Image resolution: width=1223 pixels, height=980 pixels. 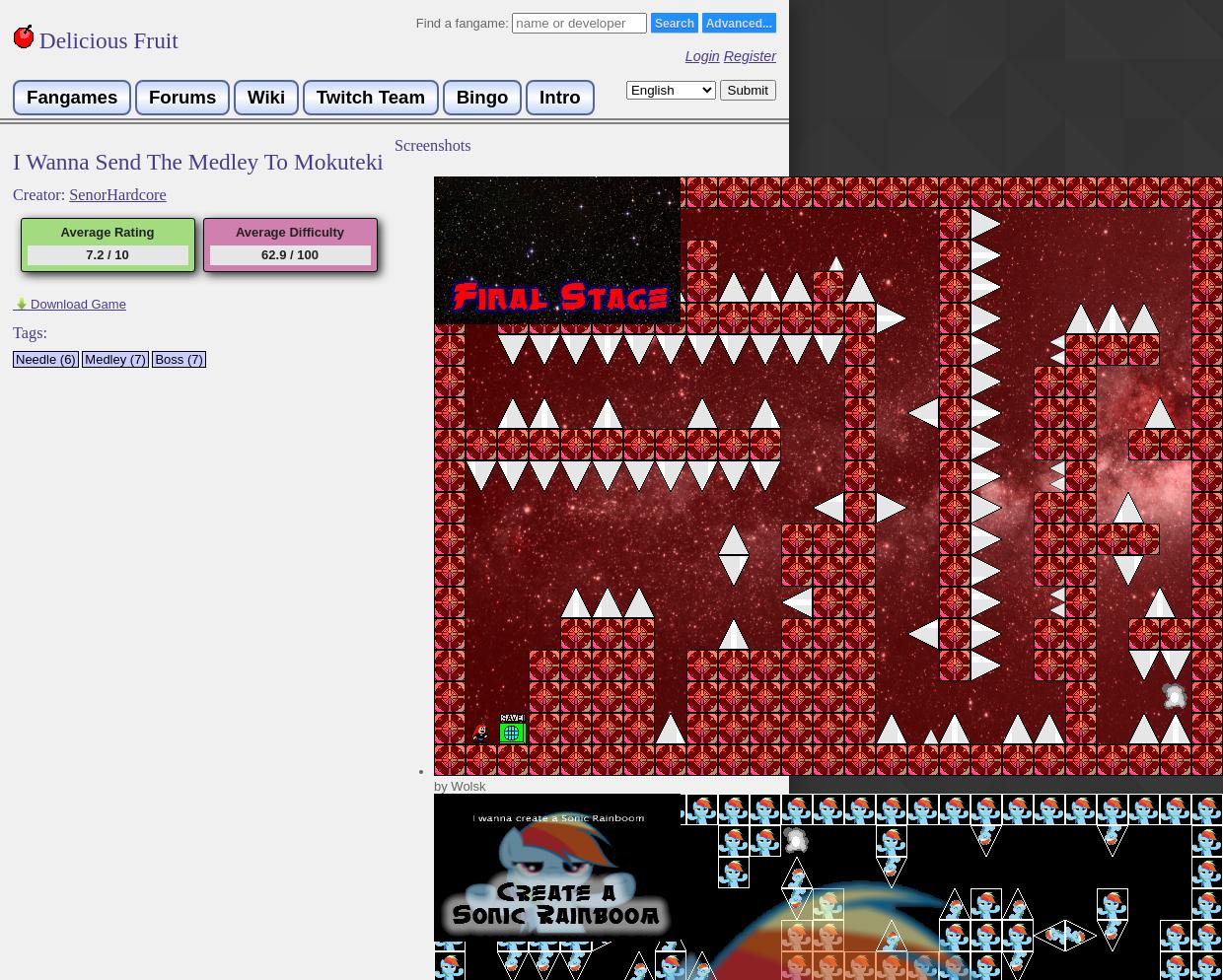 I want to click on 'Needle (6)', so click(x=14, y=359).